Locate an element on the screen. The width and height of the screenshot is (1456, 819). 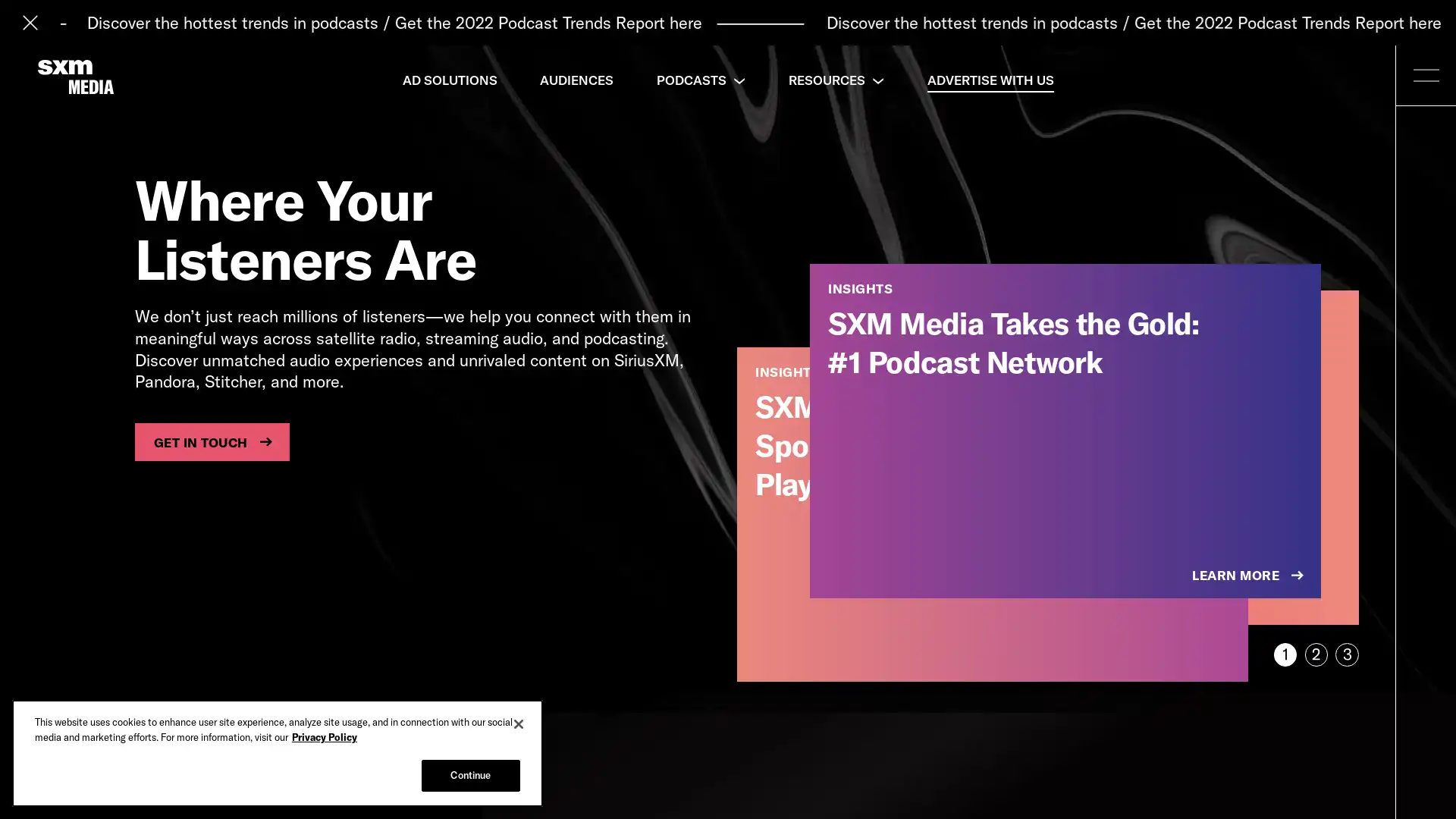
GET IN TOUCH is located at coordinates (211, 441).